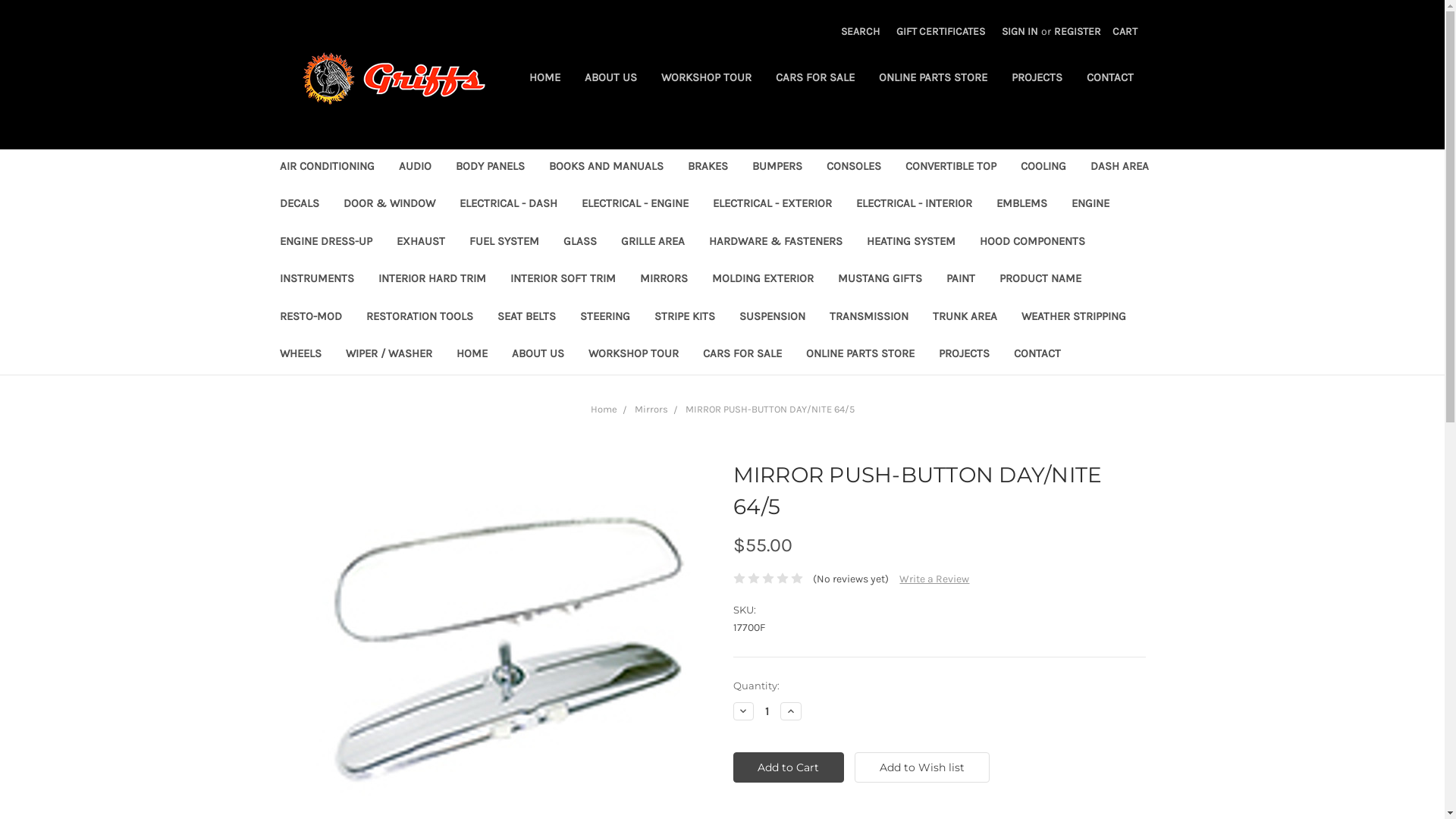 Image resolution: width=1456 pixels, height=819 pixels. I want to click on 'ENGINE', so click(1058, 205).